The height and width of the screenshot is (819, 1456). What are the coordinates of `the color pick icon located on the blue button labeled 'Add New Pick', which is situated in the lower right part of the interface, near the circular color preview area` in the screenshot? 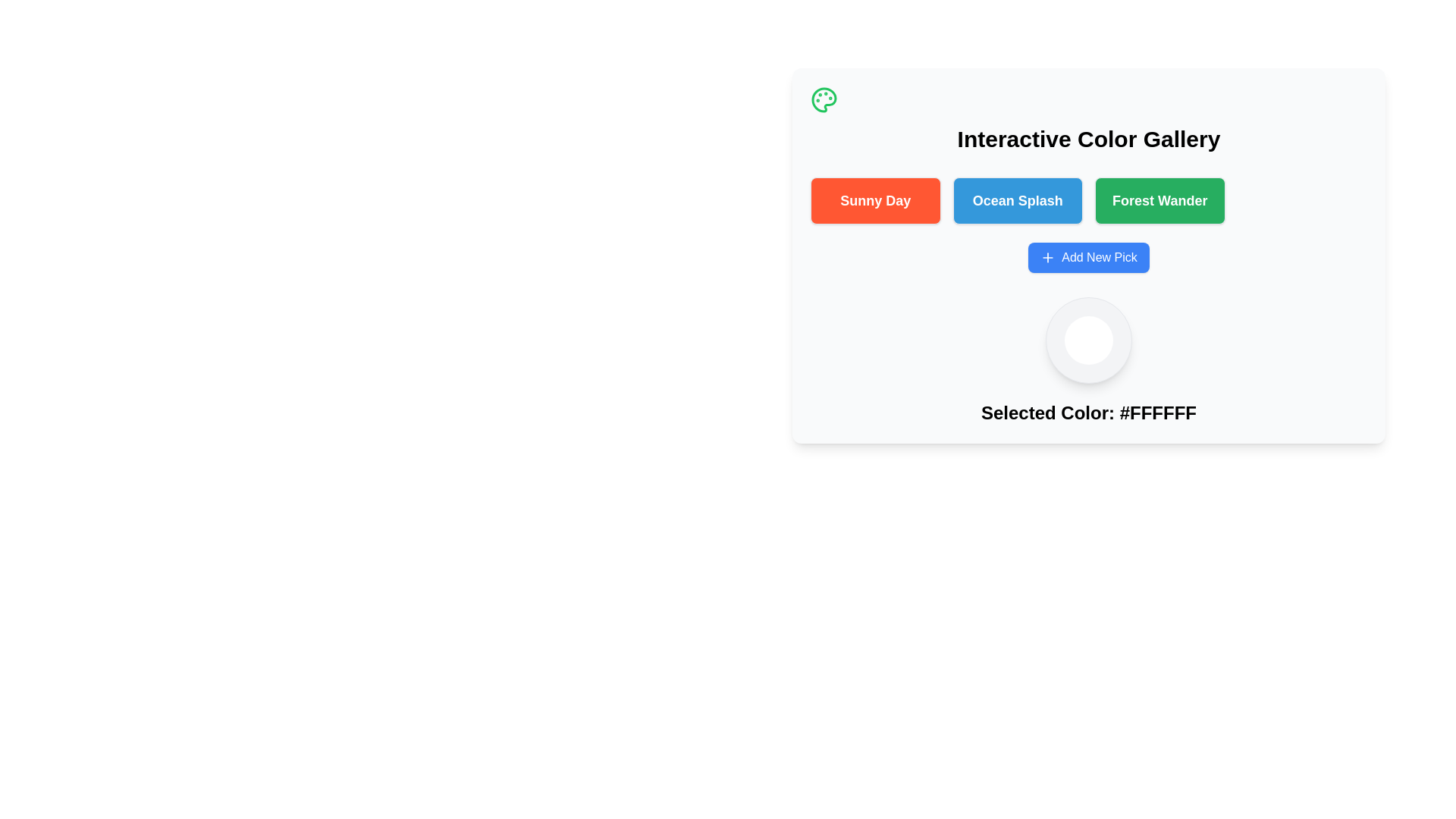 It's located at (1047, 256).